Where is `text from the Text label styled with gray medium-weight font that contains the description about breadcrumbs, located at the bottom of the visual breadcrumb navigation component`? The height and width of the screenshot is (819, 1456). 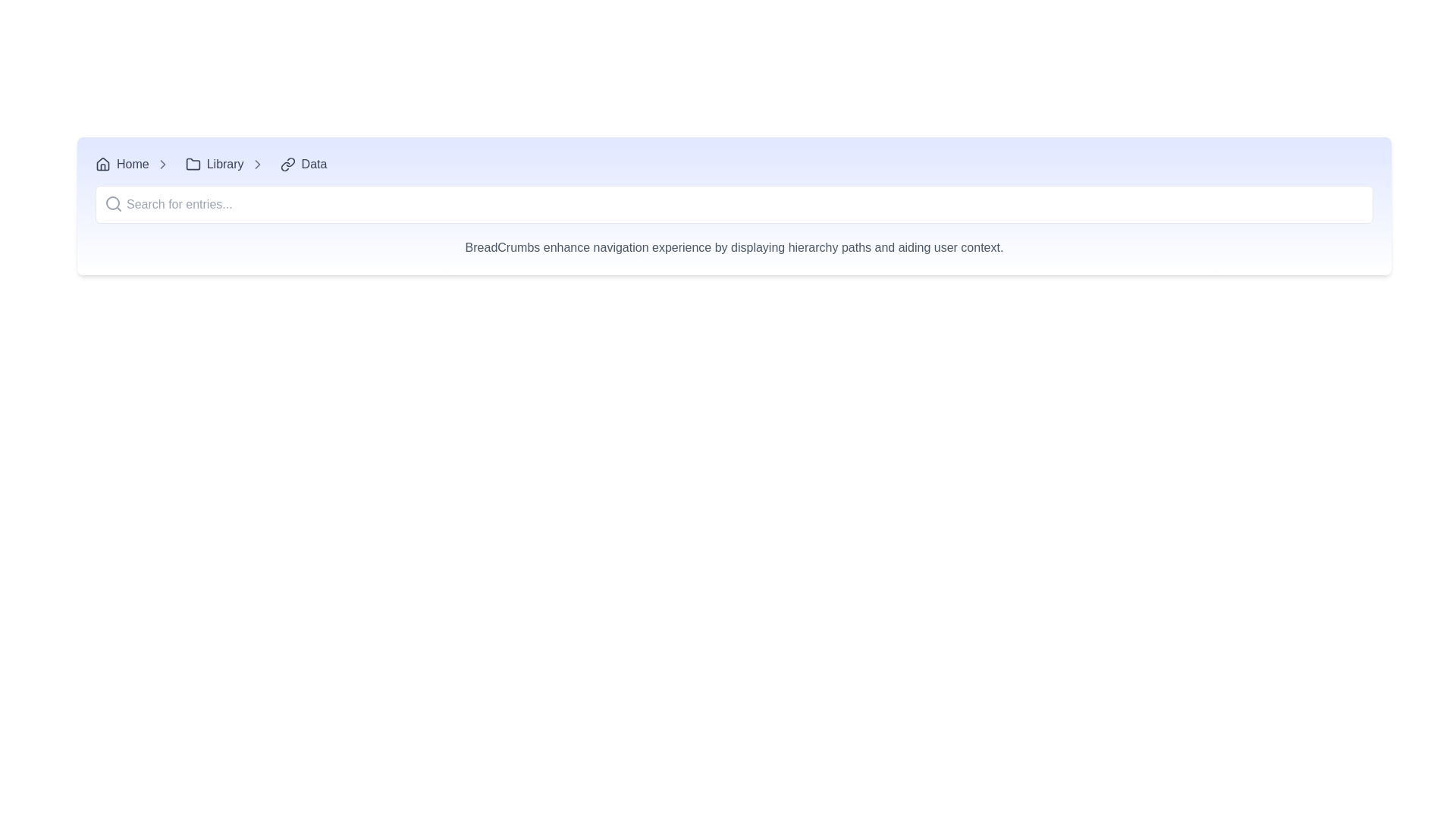
text from the Text label styled with gray medium-weight font that contains the description about breadcrumbs, located at the bottom of the visual breadcrumb navigation component is located at coordinates (734, 239).